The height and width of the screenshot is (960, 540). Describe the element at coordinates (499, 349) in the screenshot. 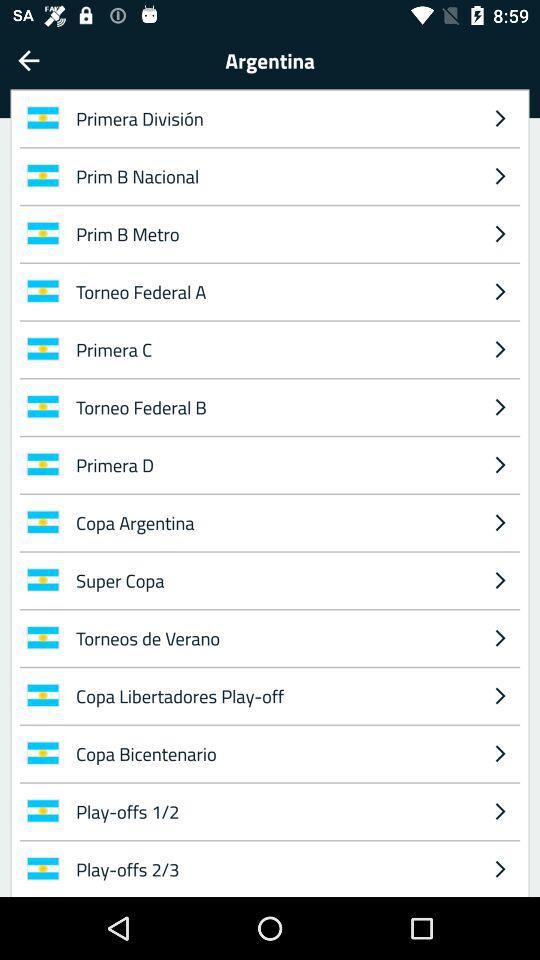

I see `the item to the right of the torneo federal a icon` at that location.